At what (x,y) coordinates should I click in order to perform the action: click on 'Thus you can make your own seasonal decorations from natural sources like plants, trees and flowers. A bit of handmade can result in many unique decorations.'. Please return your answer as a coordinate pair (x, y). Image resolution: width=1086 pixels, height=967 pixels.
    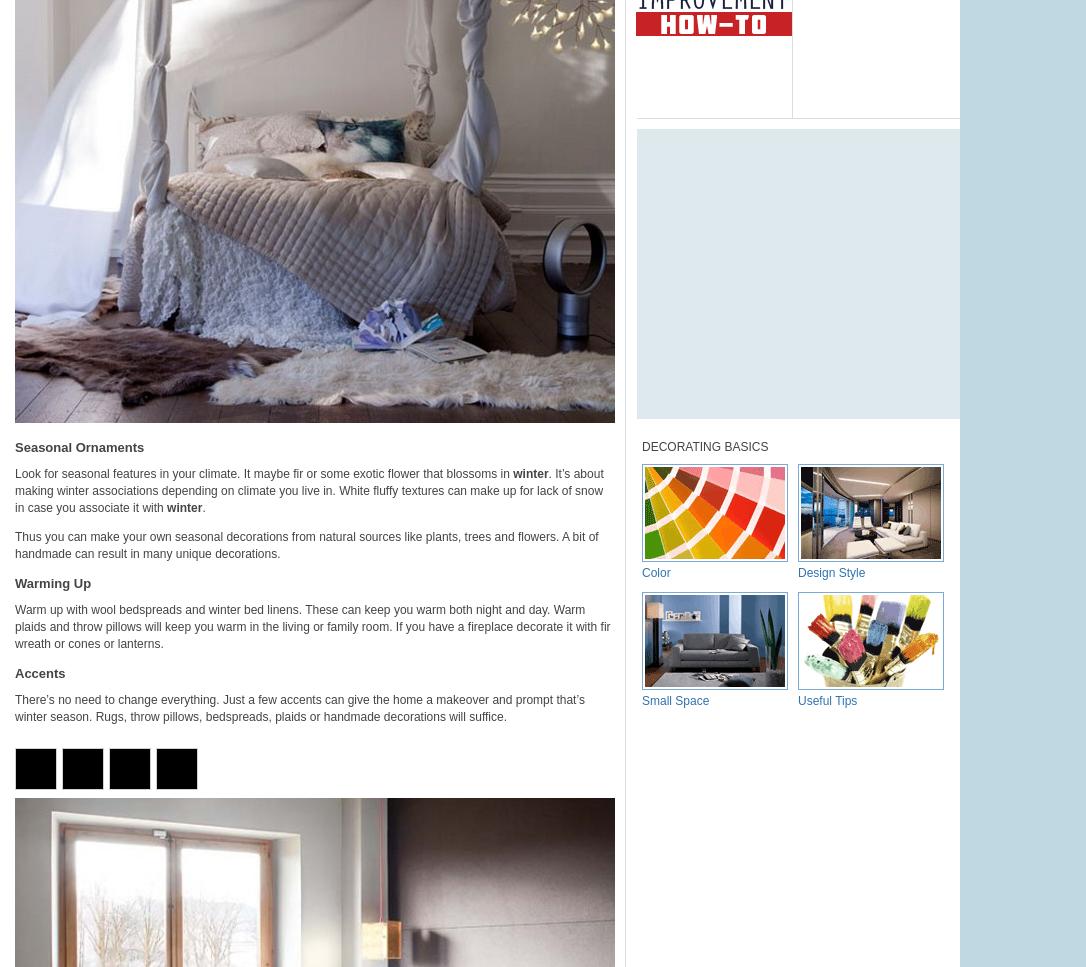
    Looking at the image, I should click on (305, 545).